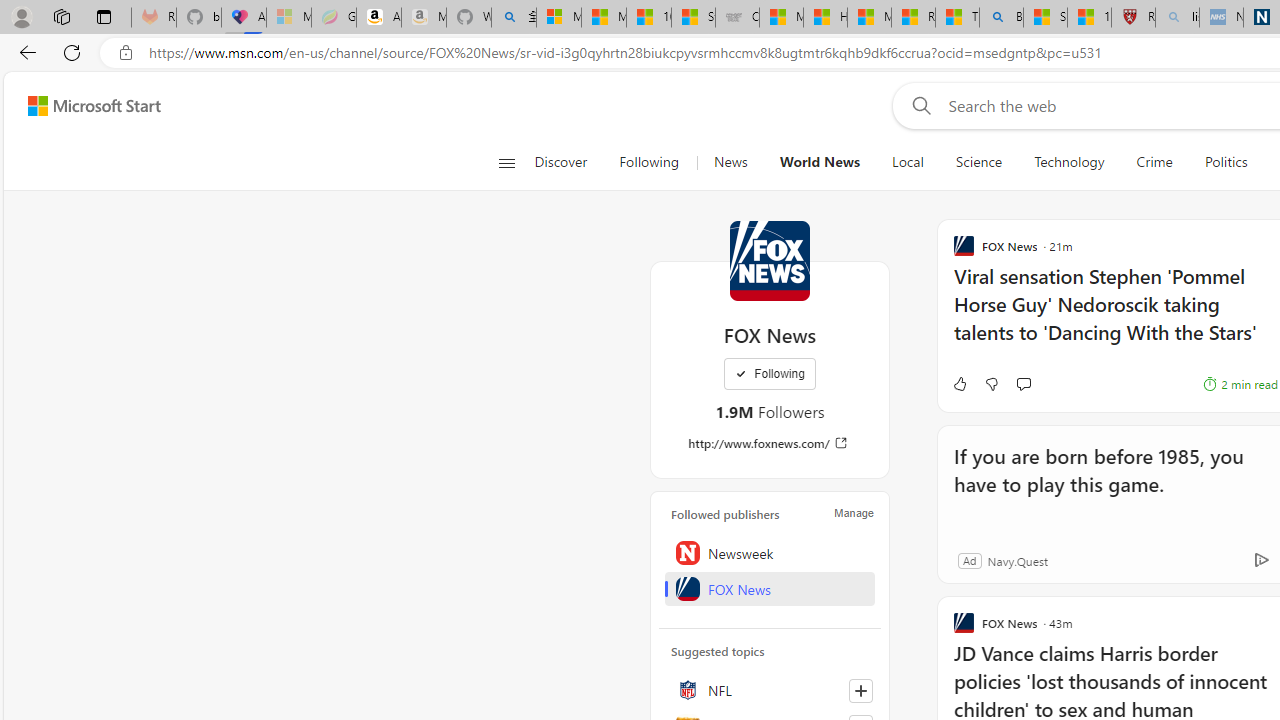 Image resolution: width=1280 pixels, height=720 pixels. What do you see at coordinates (1108, 484) in the screenshot?
I see `'If you are born before 1985, you have to play this game.'` at bounding box center [1108, 484].